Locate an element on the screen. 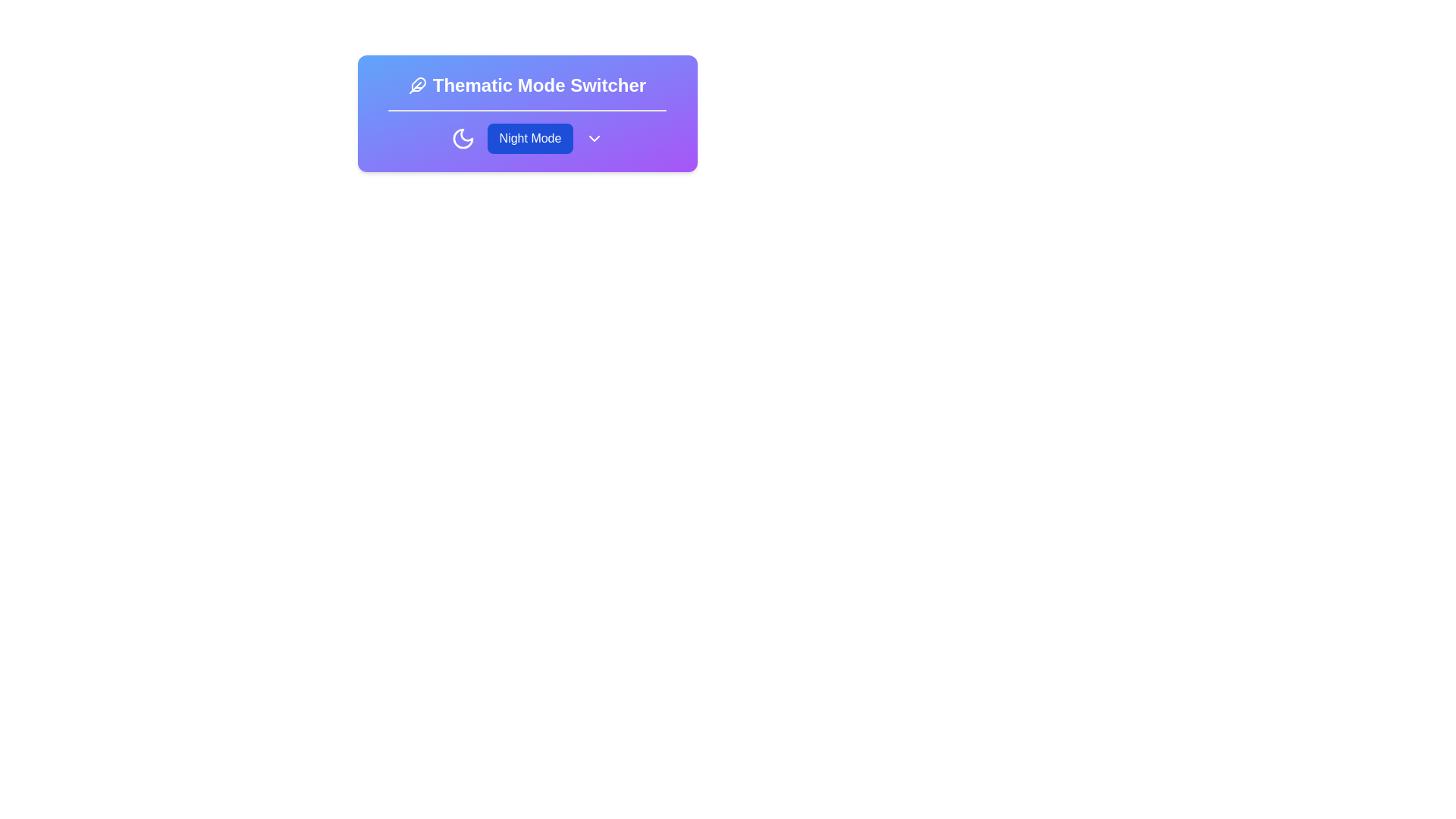 The height and width of the screenshot is (819, 1456). the Header with Icon that includes a white feather icon and the text 'Thematic Mode Switcher', located on a gradient background transitioning from blue to purple is located at coordinates (527, 85).